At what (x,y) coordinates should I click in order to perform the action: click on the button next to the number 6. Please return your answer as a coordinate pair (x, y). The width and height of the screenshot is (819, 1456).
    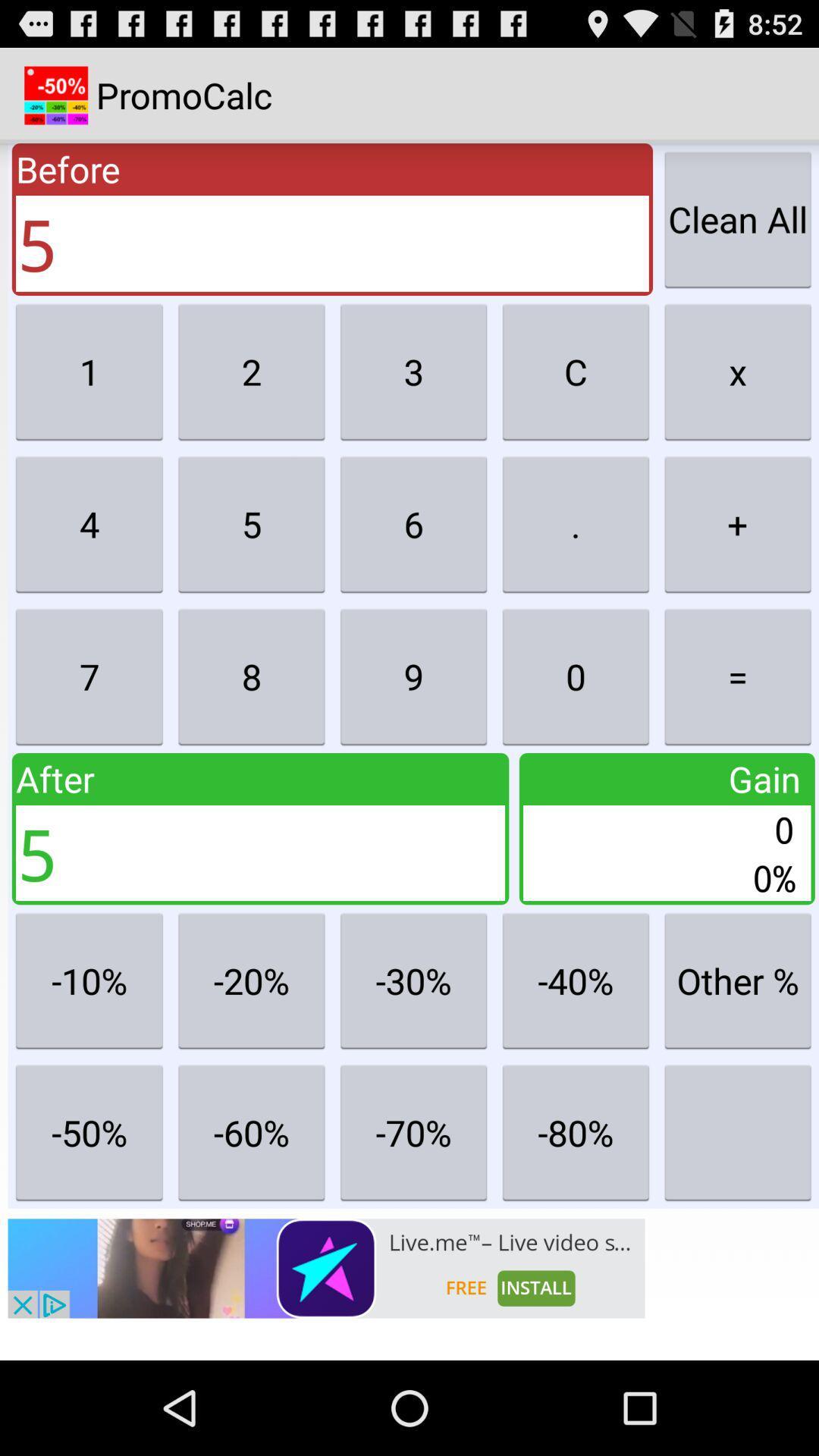
    Looking at the image, I should click on (576, 524).